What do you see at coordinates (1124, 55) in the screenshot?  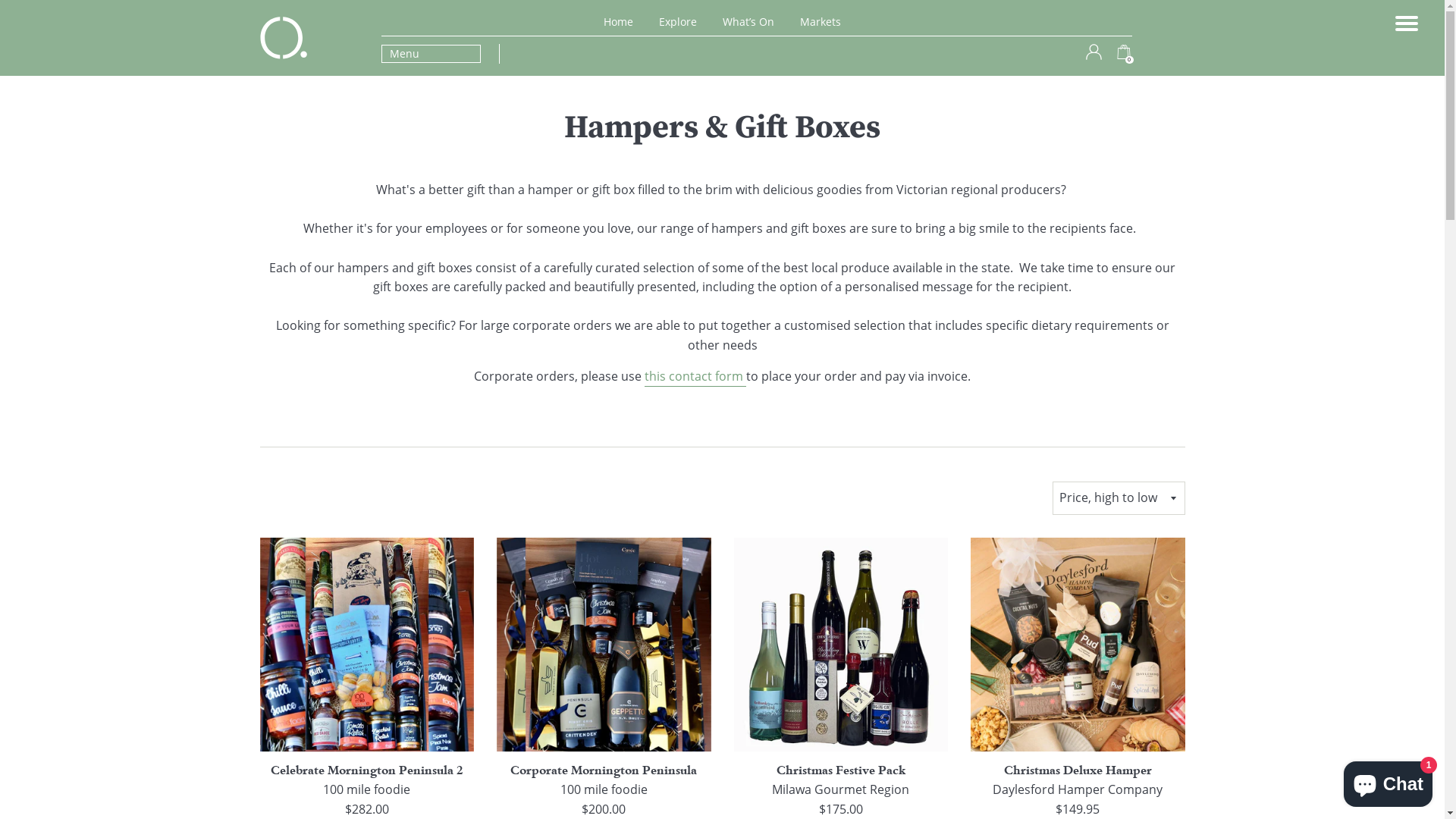 I see `'0'` at bounding box center [1124, 55].